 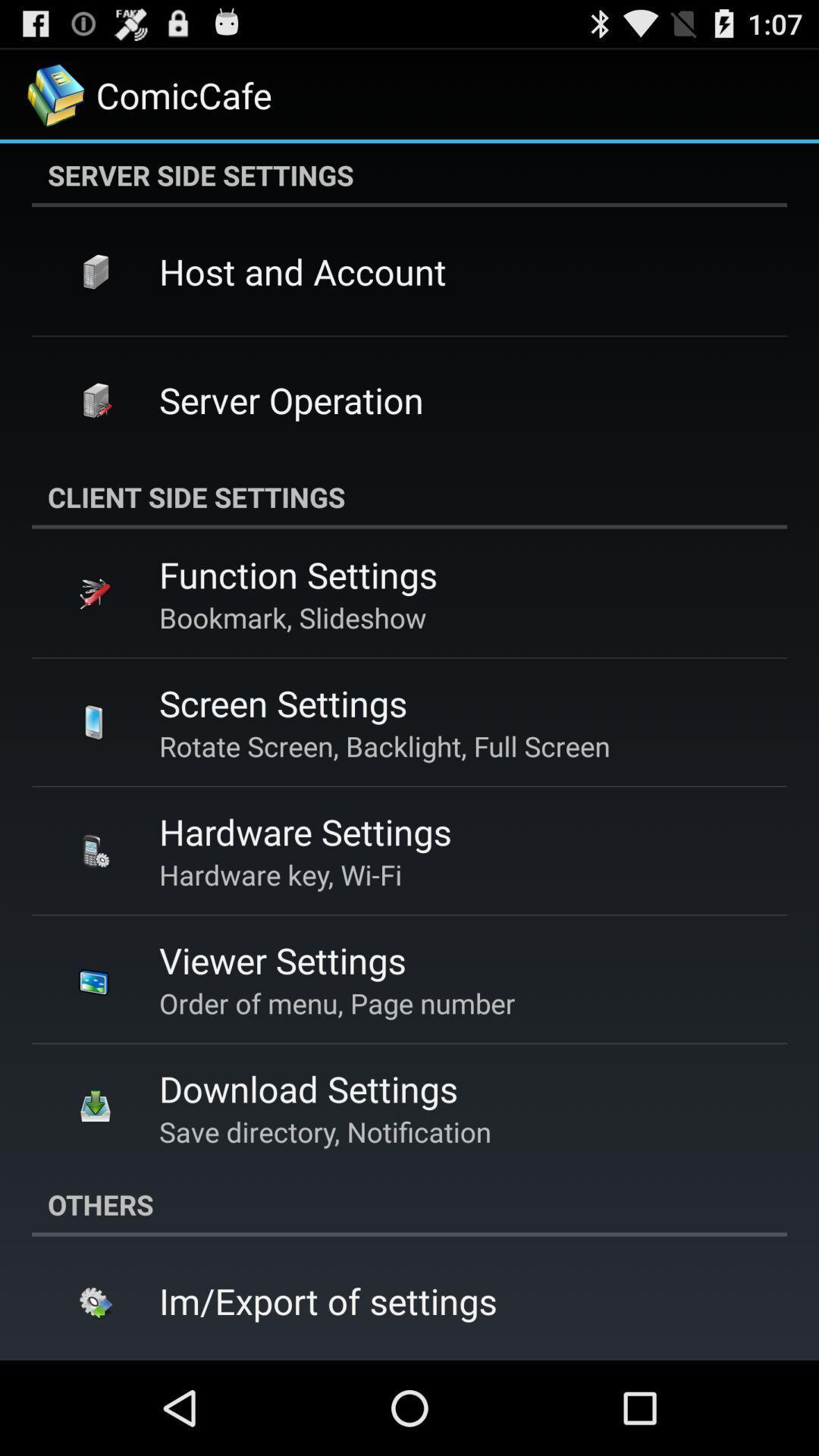 I want to click on the app above the screen settings item, so click(x=293, y=617).